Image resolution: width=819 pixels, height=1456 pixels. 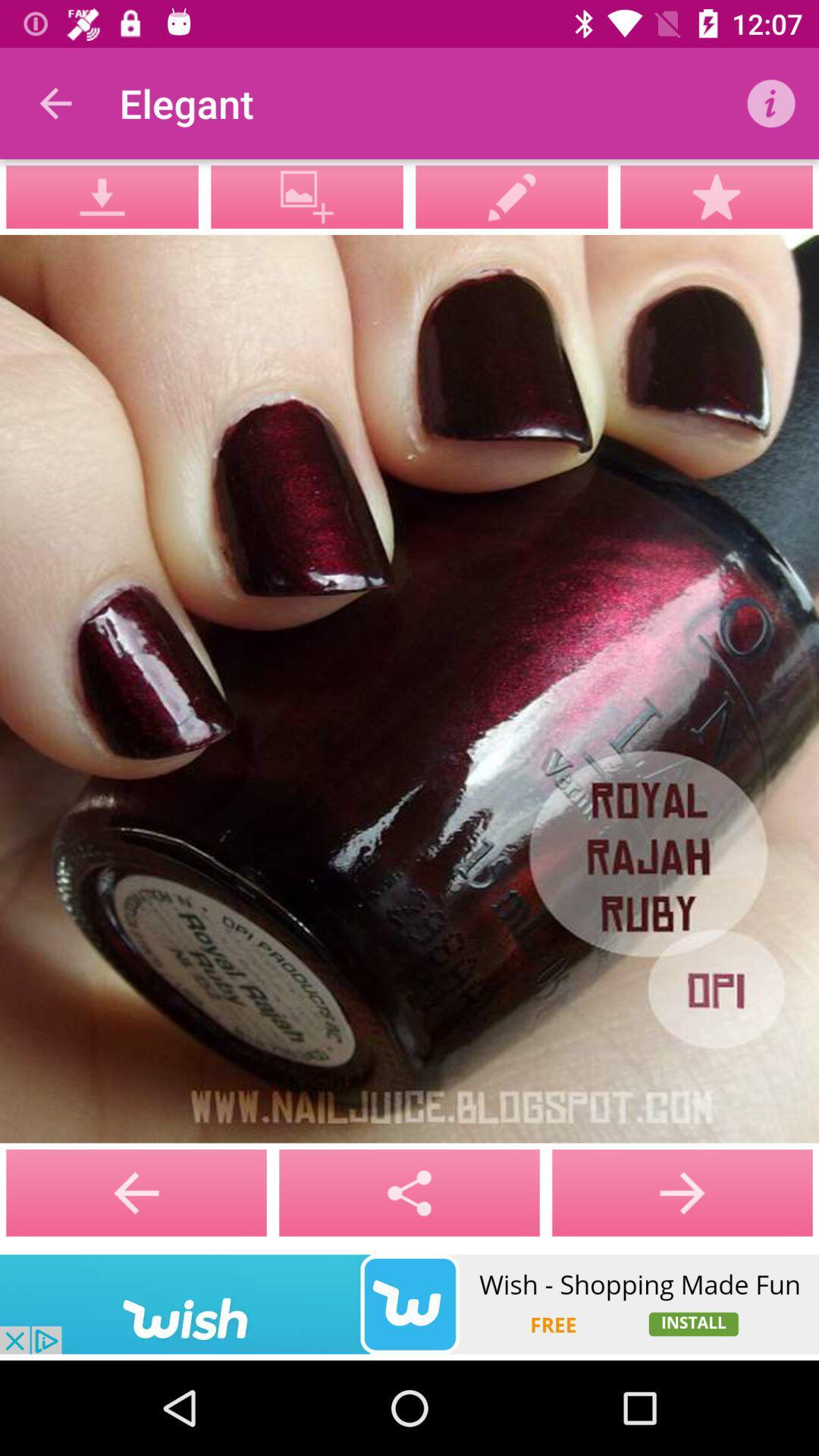 What do you see at coordinates (681, 1192) in the screenshot?
I see `the add icon` at bounding box center [681, 1192].